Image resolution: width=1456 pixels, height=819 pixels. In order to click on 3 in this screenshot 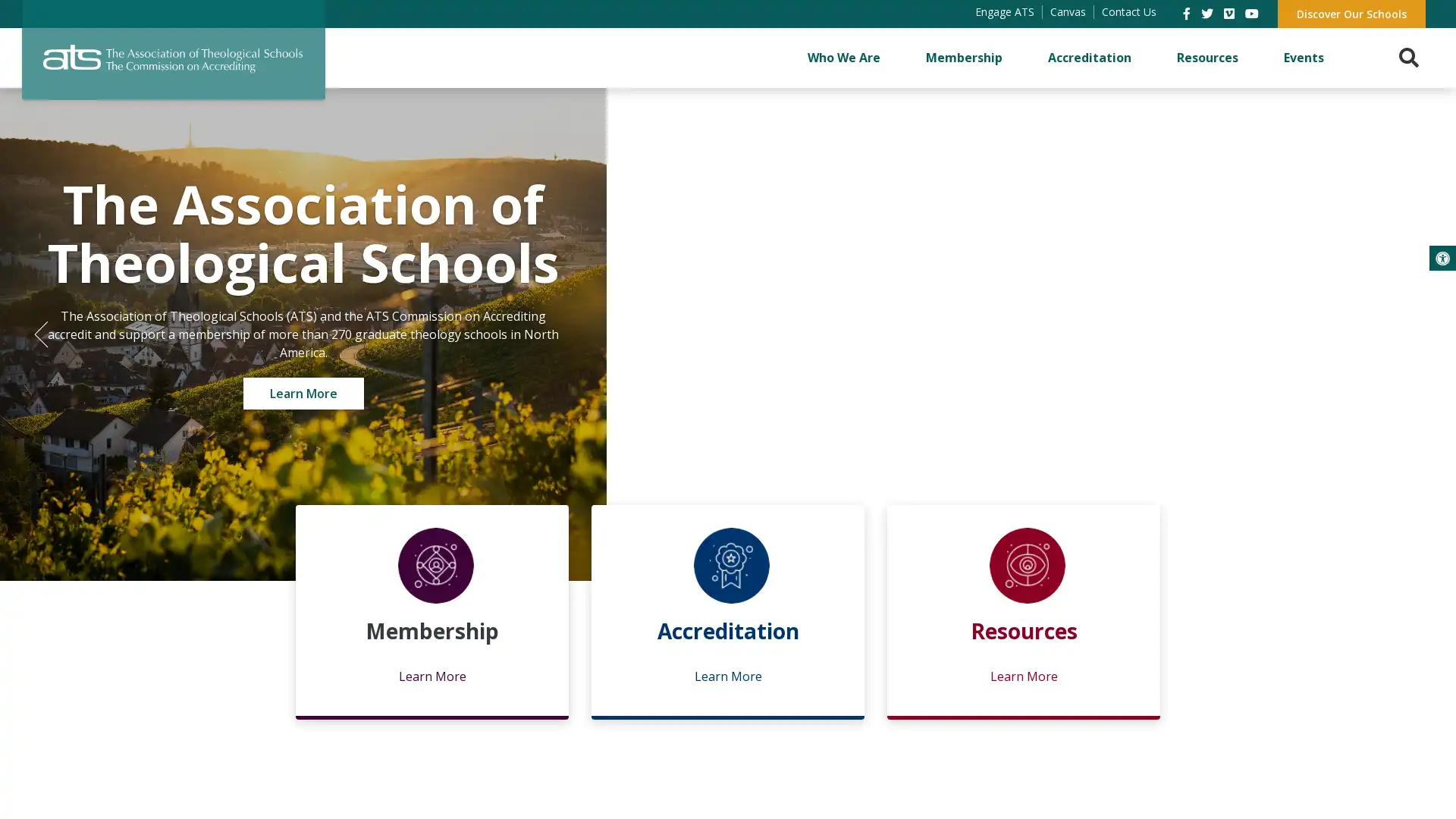, I will do `click(750, 520)`.